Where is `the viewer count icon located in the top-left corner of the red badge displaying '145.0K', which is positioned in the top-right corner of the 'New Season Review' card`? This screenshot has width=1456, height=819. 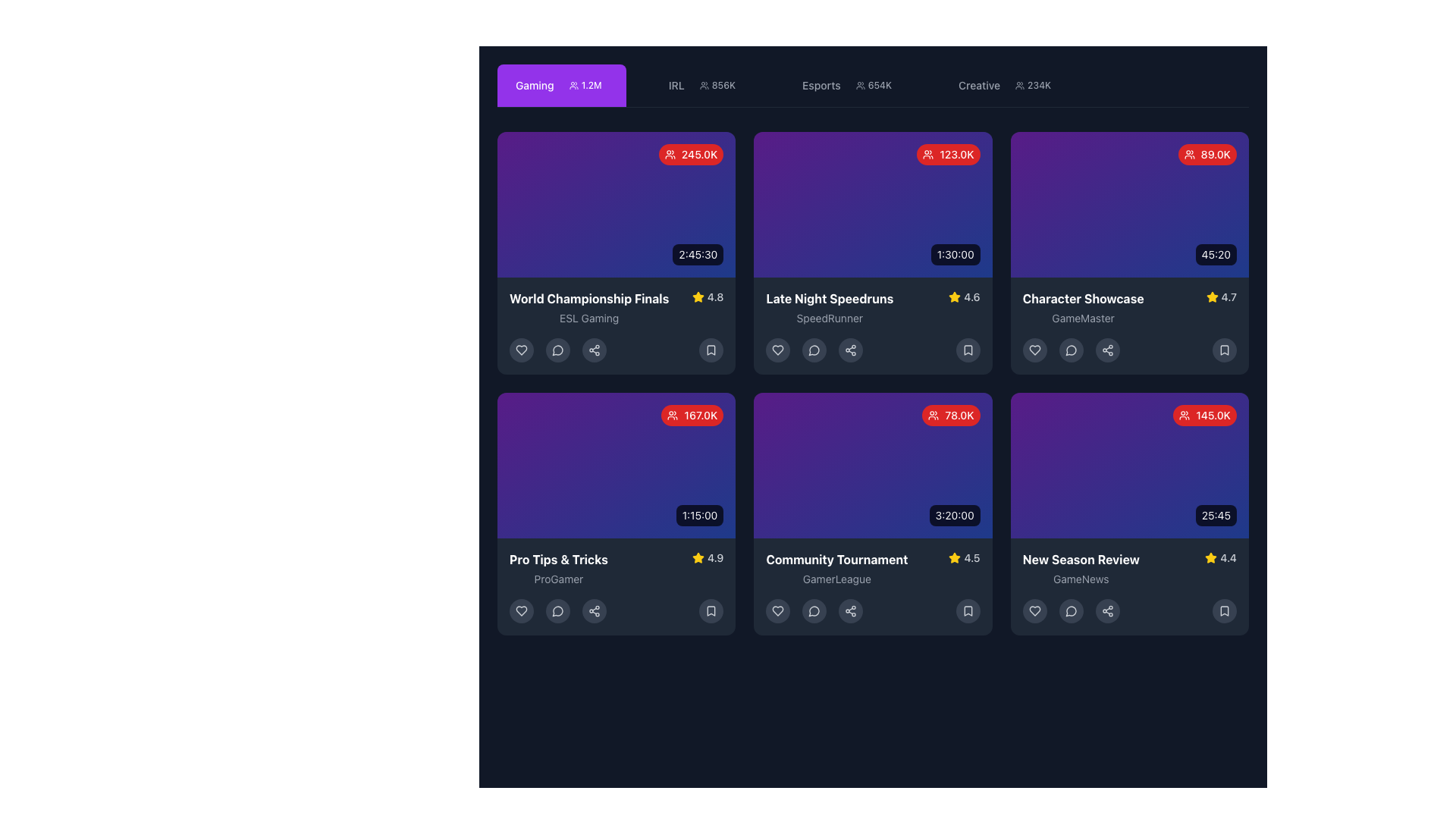
the viewer count icon located in the top-left corner of the red badge displaying '145.0K', which is positioned in the top-right corner of the 'New Season Review' card is located at coordinates (1184, 415).